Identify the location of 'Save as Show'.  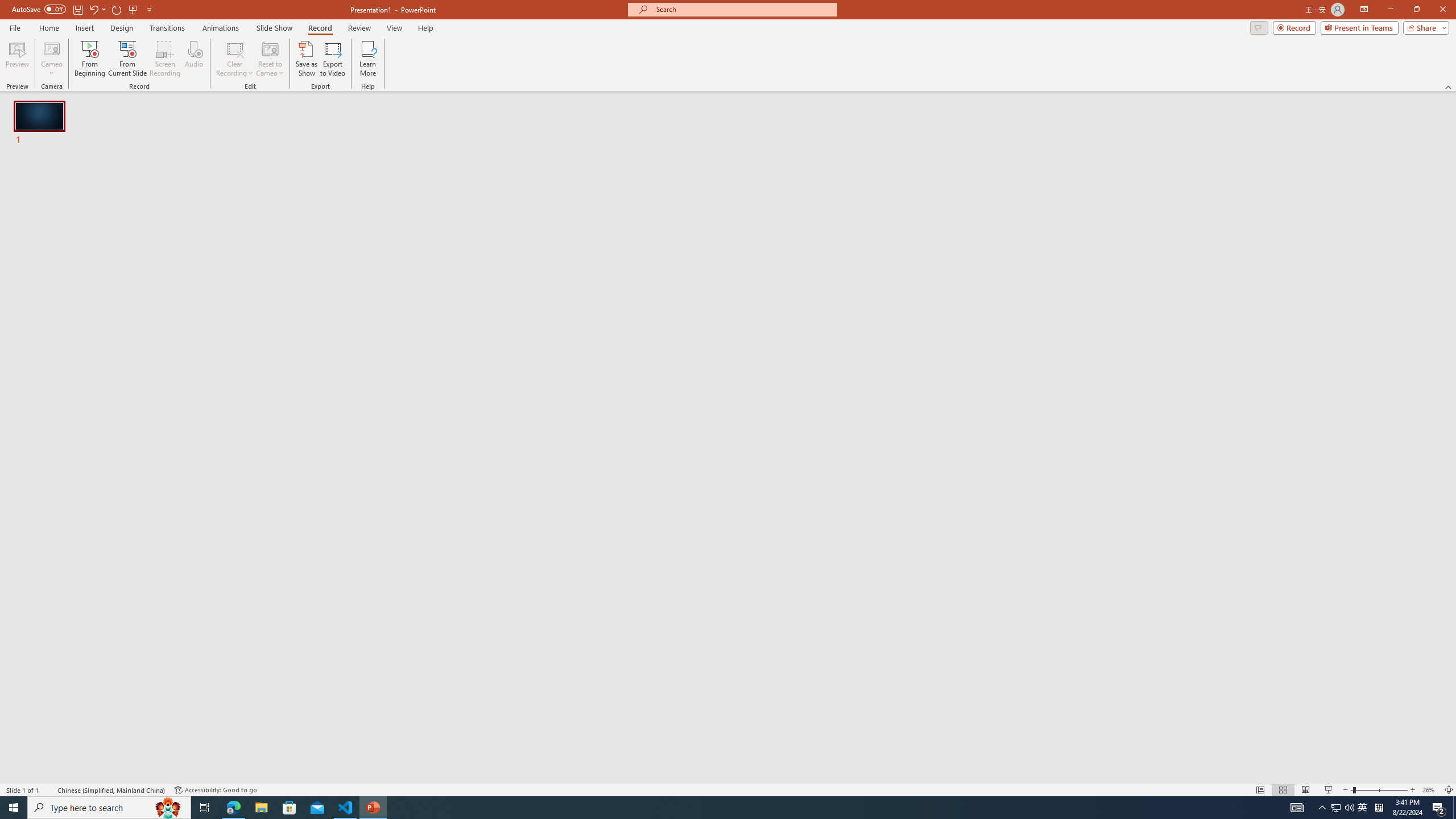
(306, 59).